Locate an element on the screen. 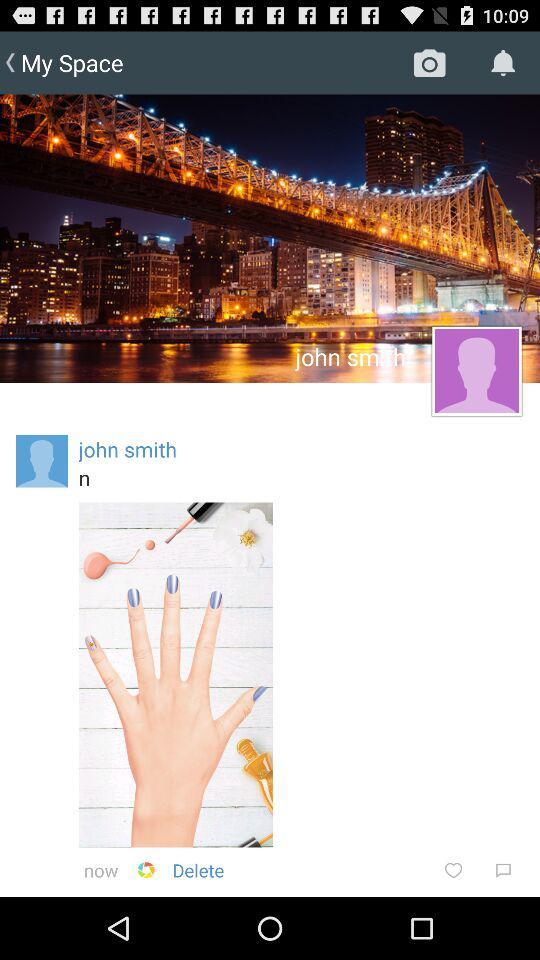 This screenshot has height=960, width=540. the item to the left of delete app is located at coordinates (145, 869).